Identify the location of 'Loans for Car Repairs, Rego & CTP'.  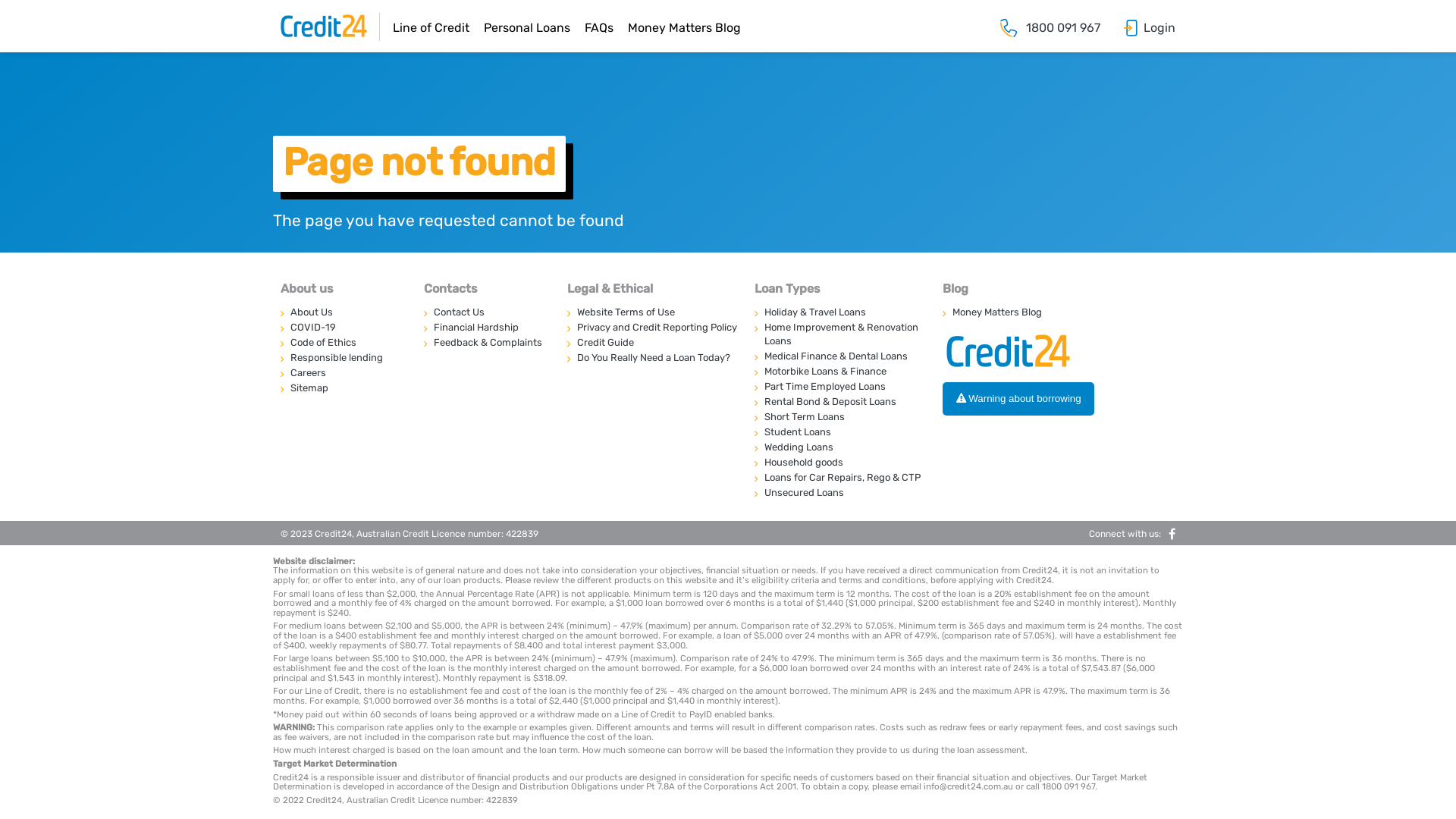
(754, 476).